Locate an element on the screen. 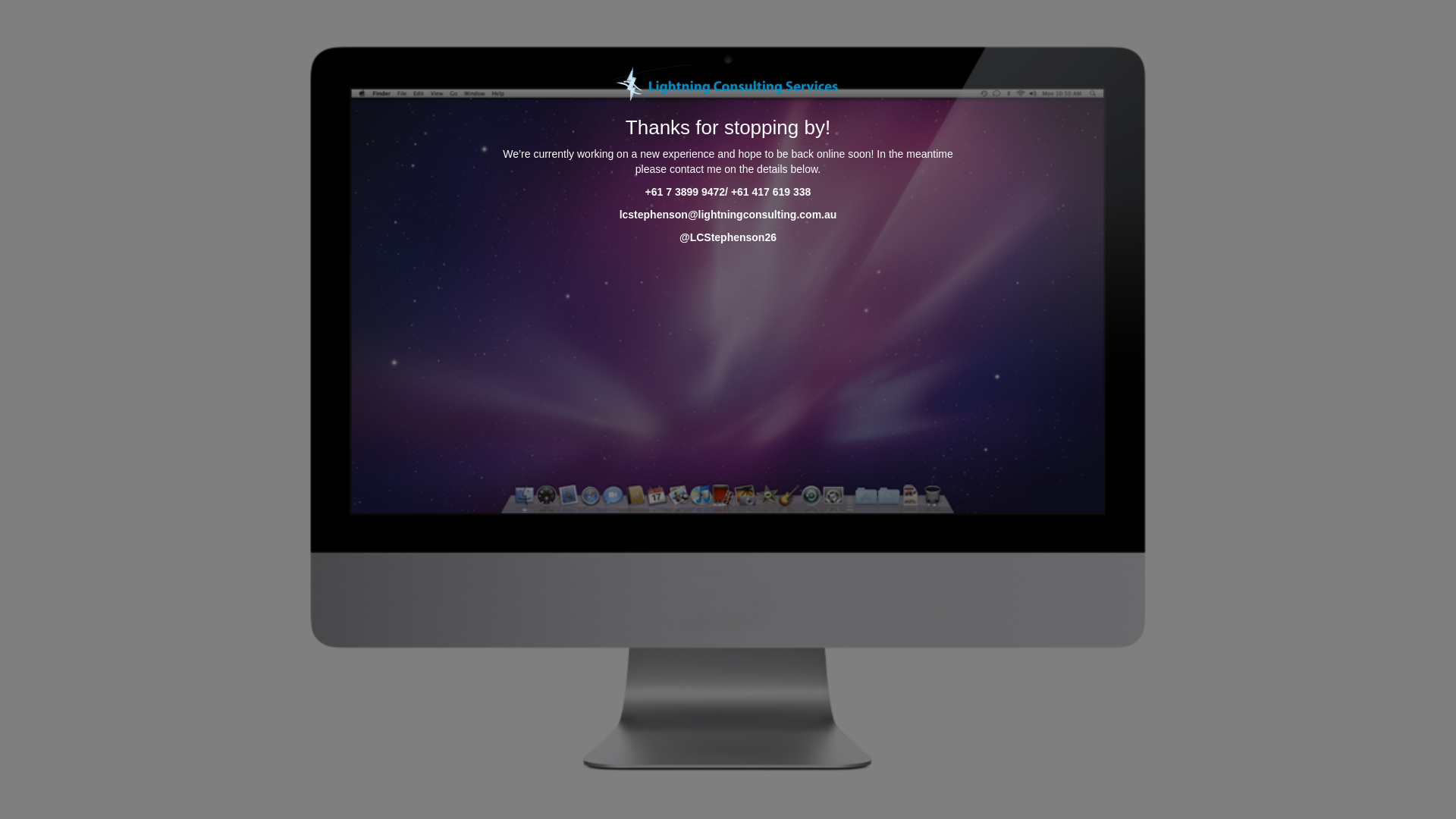 The height and width of the screenshot is (819, 1456). 'lcstephenson@lightningconsulting.com.au' is located at coordinates (728, 214).